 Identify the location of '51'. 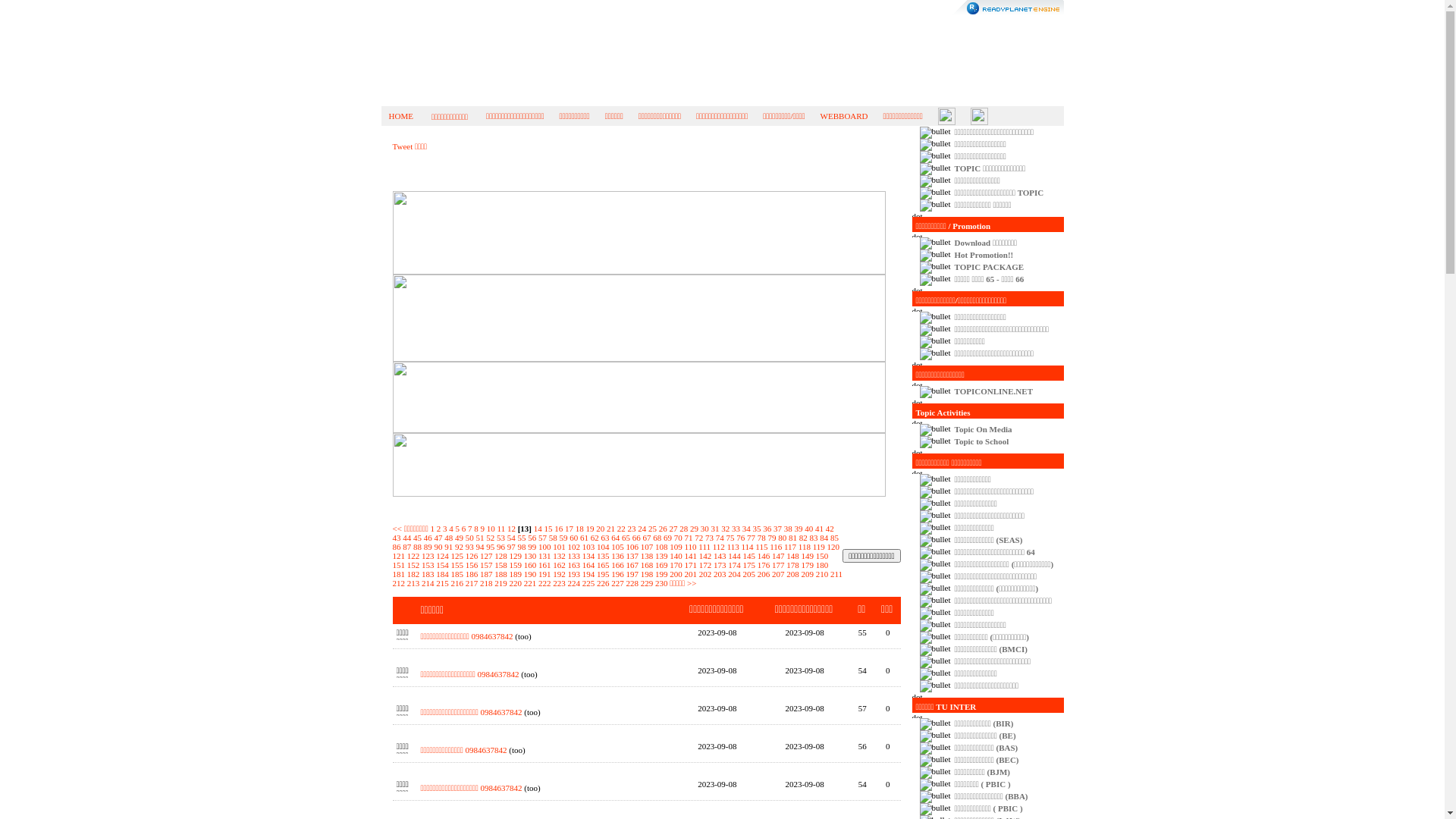
(479, 537).